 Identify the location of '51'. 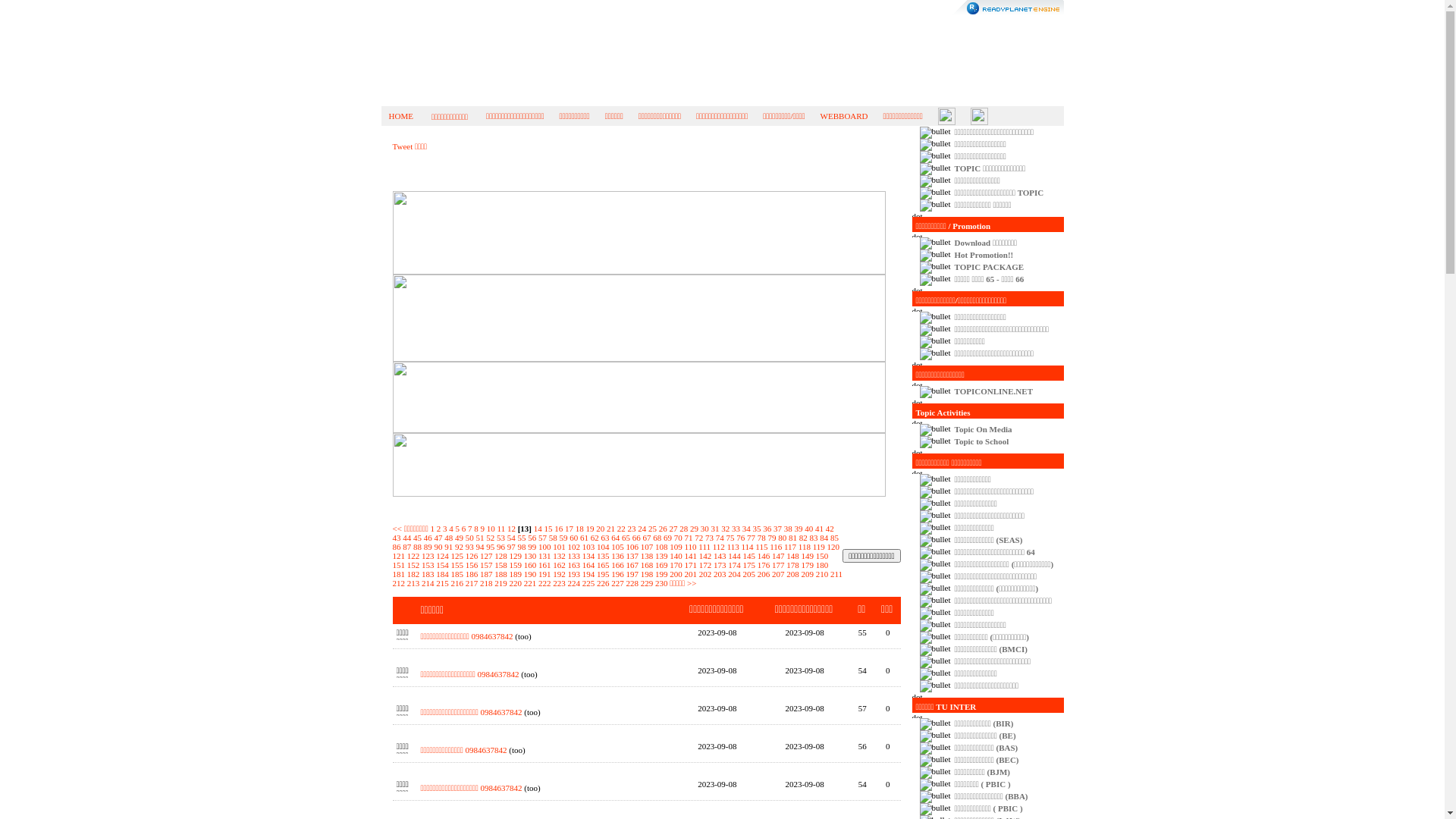
(479, 537).